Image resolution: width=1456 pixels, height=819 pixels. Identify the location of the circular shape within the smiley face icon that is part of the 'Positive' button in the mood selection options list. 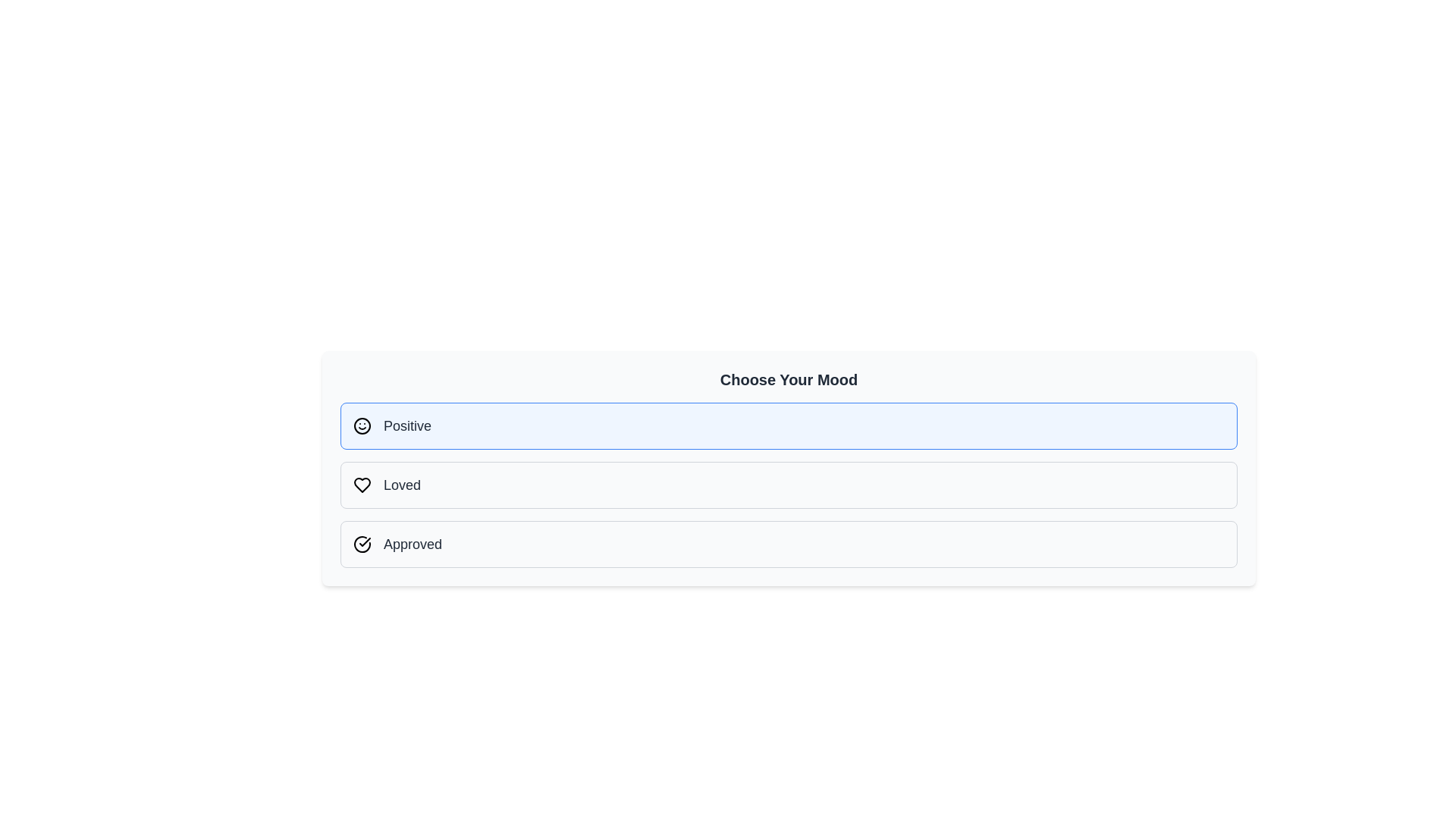
(362, 426).